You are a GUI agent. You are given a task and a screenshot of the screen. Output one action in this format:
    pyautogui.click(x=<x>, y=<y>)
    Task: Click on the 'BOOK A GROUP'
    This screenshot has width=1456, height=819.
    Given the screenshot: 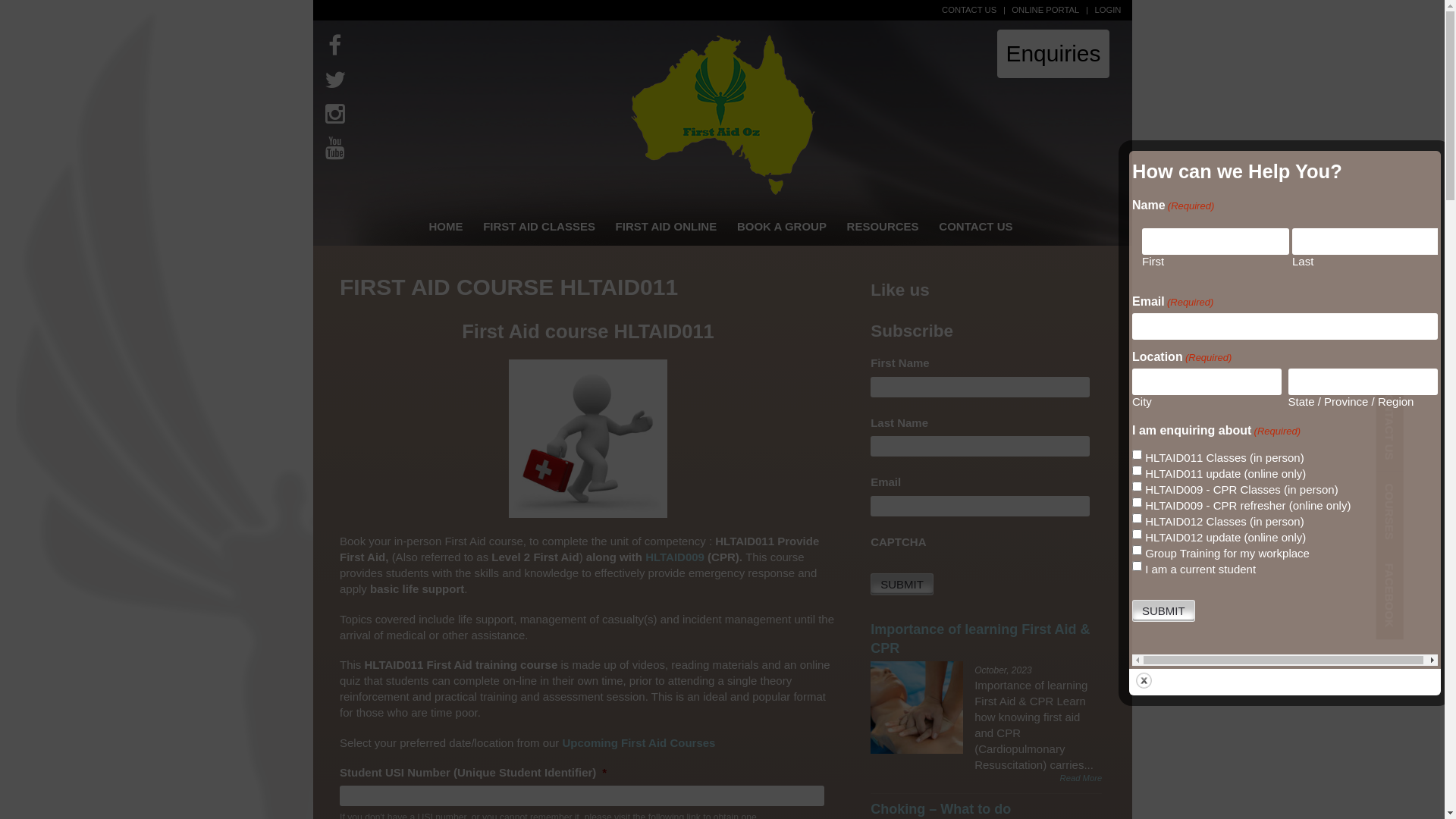 What is the action you would take?
    pyautogui.click(x=782, y=225)
    